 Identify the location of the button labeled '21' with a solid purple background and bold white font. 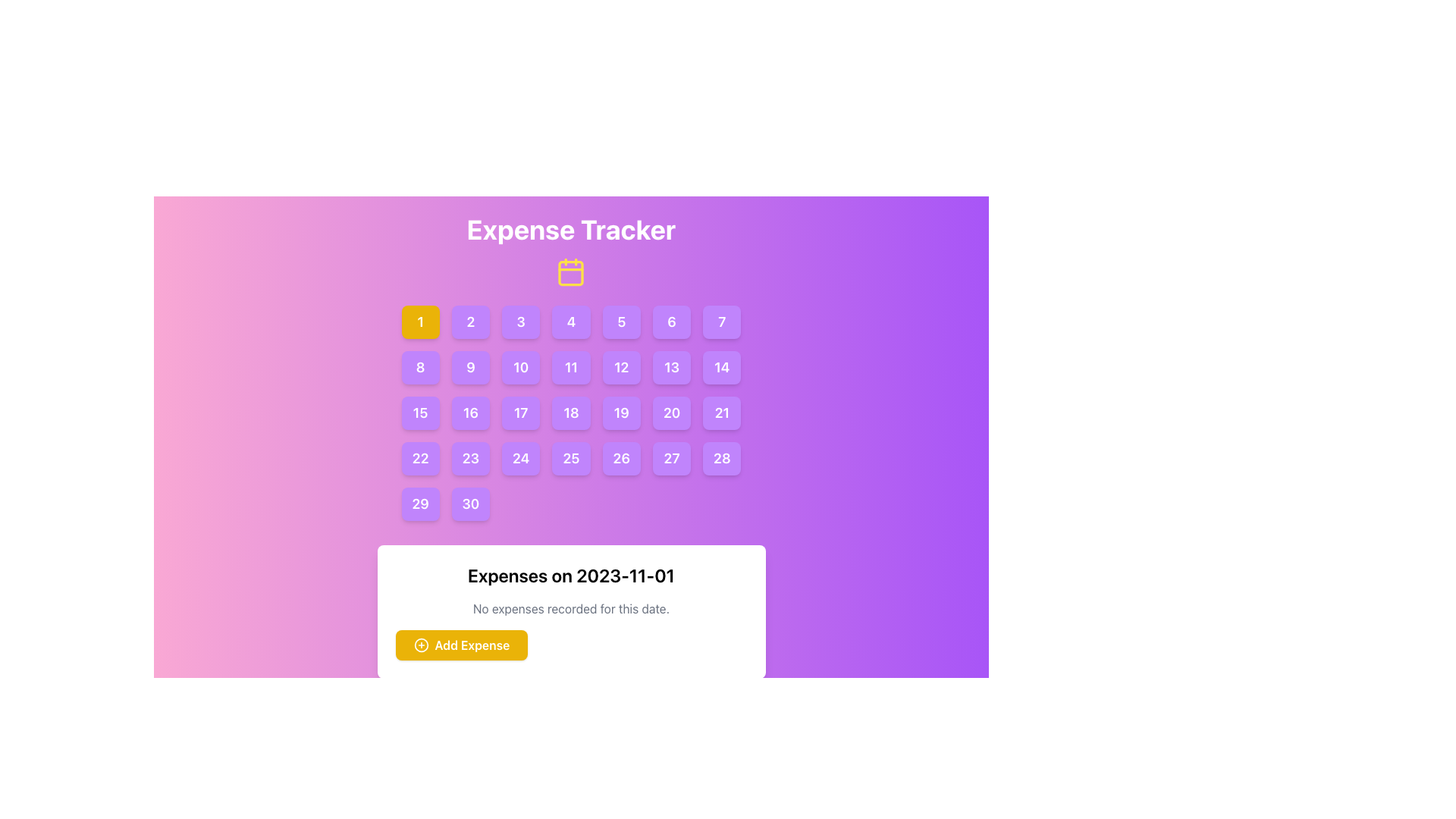
(721, 413).